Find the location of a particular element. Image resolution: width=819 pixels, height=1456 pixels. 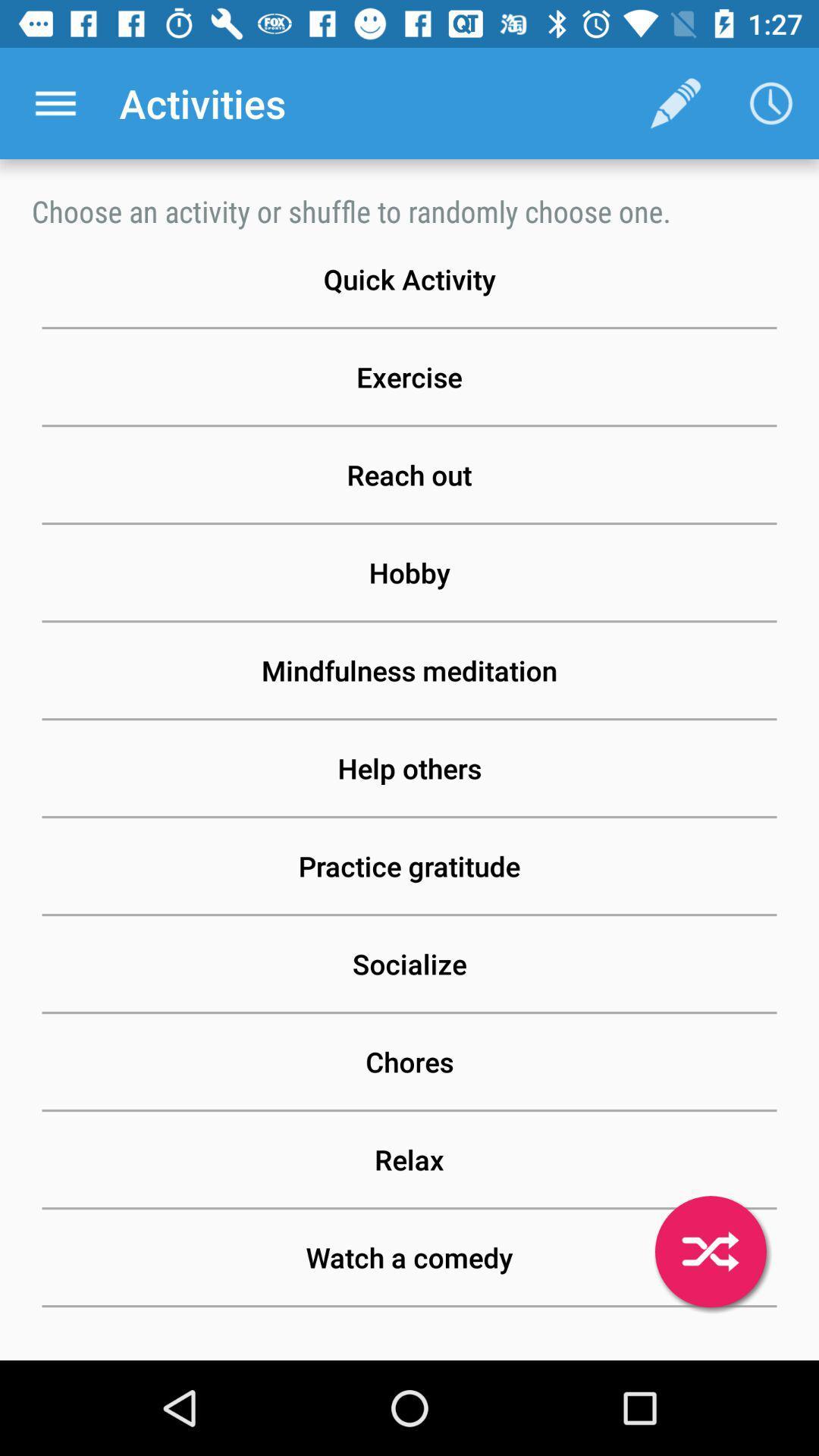

the help others is located at coordinates (409, 768).